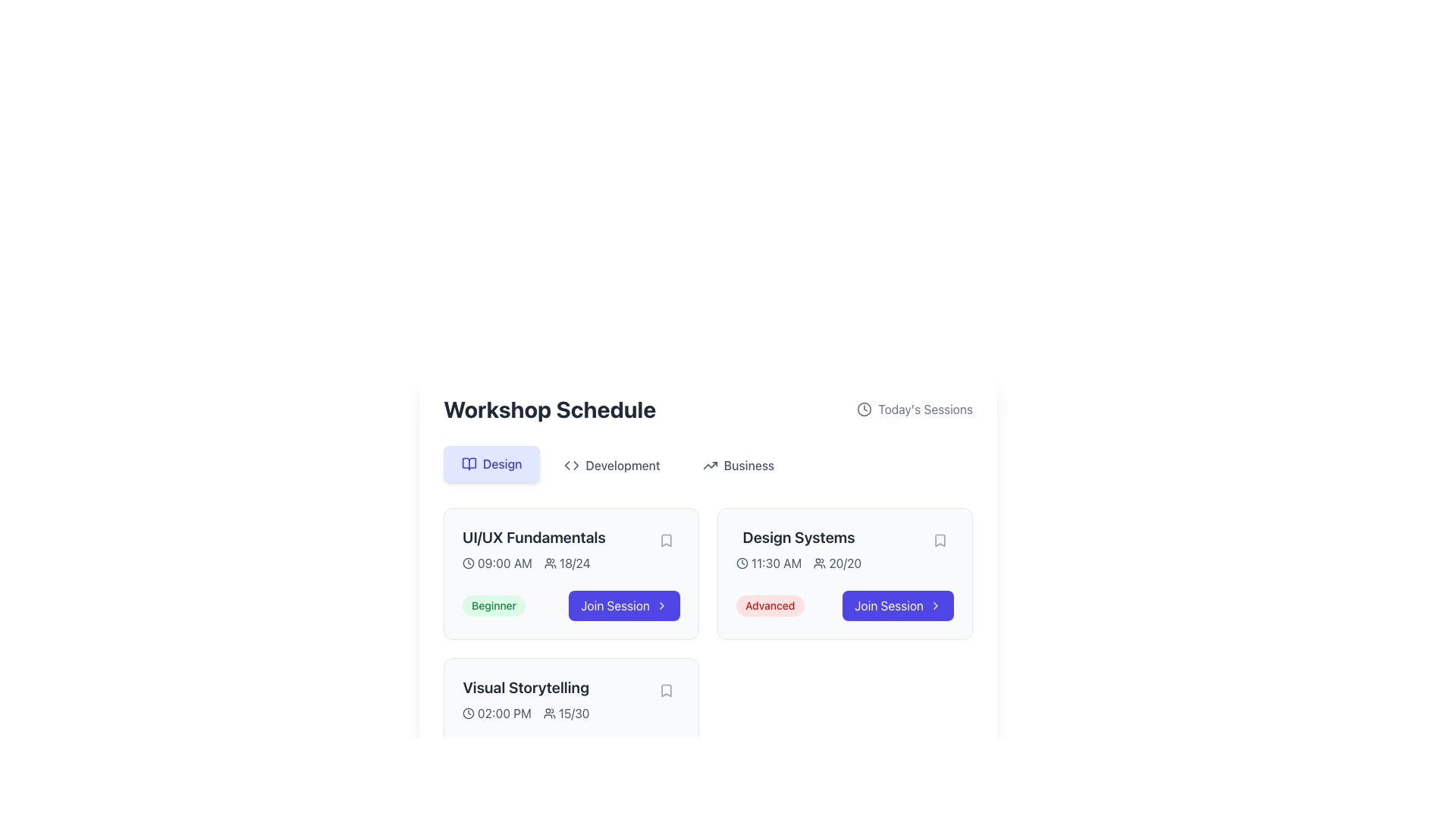 This screenshot has height=819, width=1456. Describe the element at coordinates (566, 563) in the screenshot. I see `the composite element consisting of an icon (group of people) and a text label indicating the number of participants present out of total capacity, located to the right of the clock icon ('09:00 AM') in the first card of the 'Workshop Schedule' section` at that location.